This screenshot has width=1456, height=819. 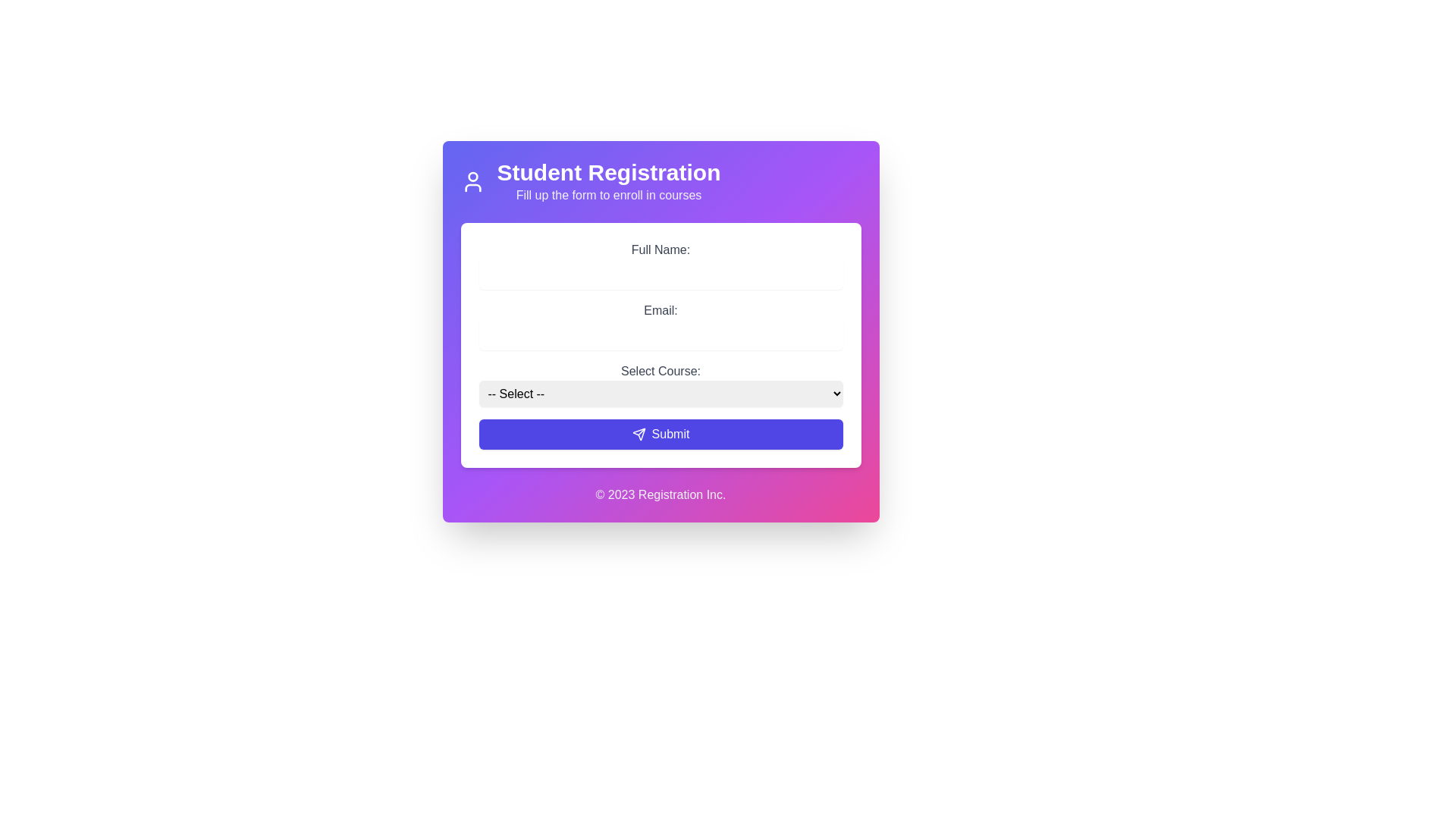 I want to click on the circular decorative graphical element within the SVG user icon, located at the top-left corner of the form header, adjacent to the 'Student Registration' title, so click(x=472, y=176).